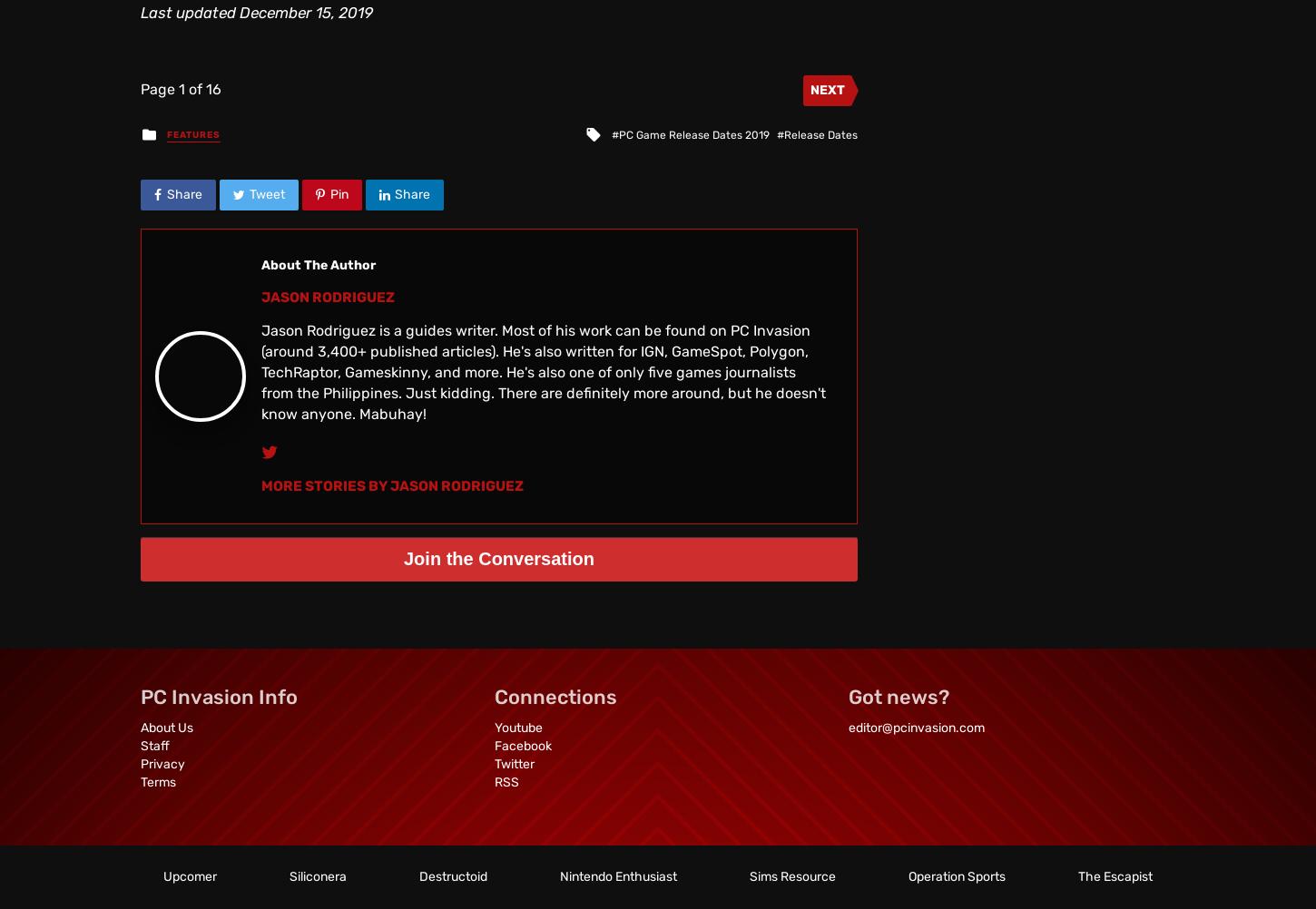  What do you see at coordinates (180, 88) in the screenshot?
I see `'Page 1 of 16'` at bounding box center [180, 88].